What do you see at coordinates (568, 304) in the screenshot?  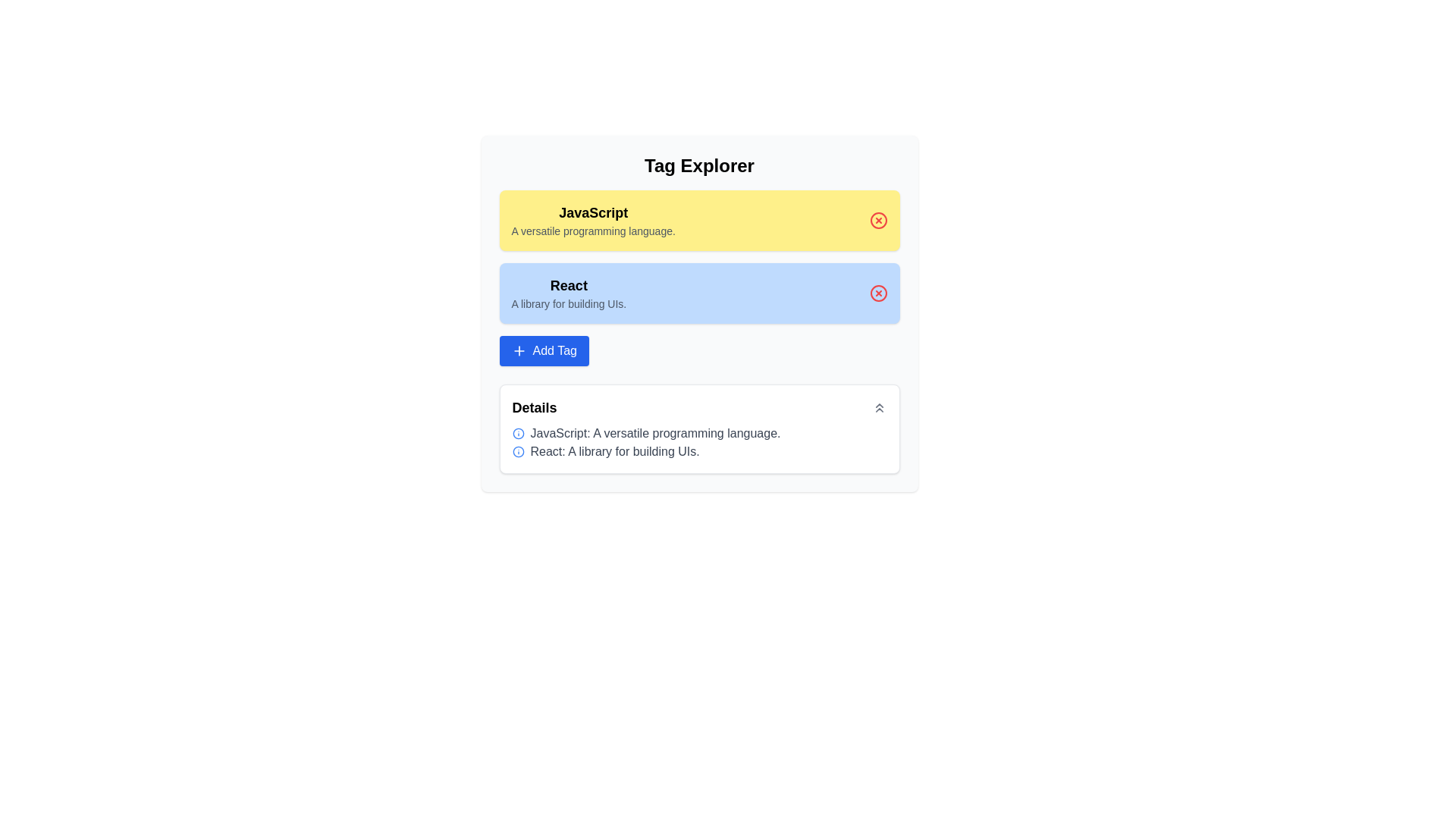 I see `the static text label displaying 'A library for building UIs.' located below the 'React' text` at bounding box center [568, 304].